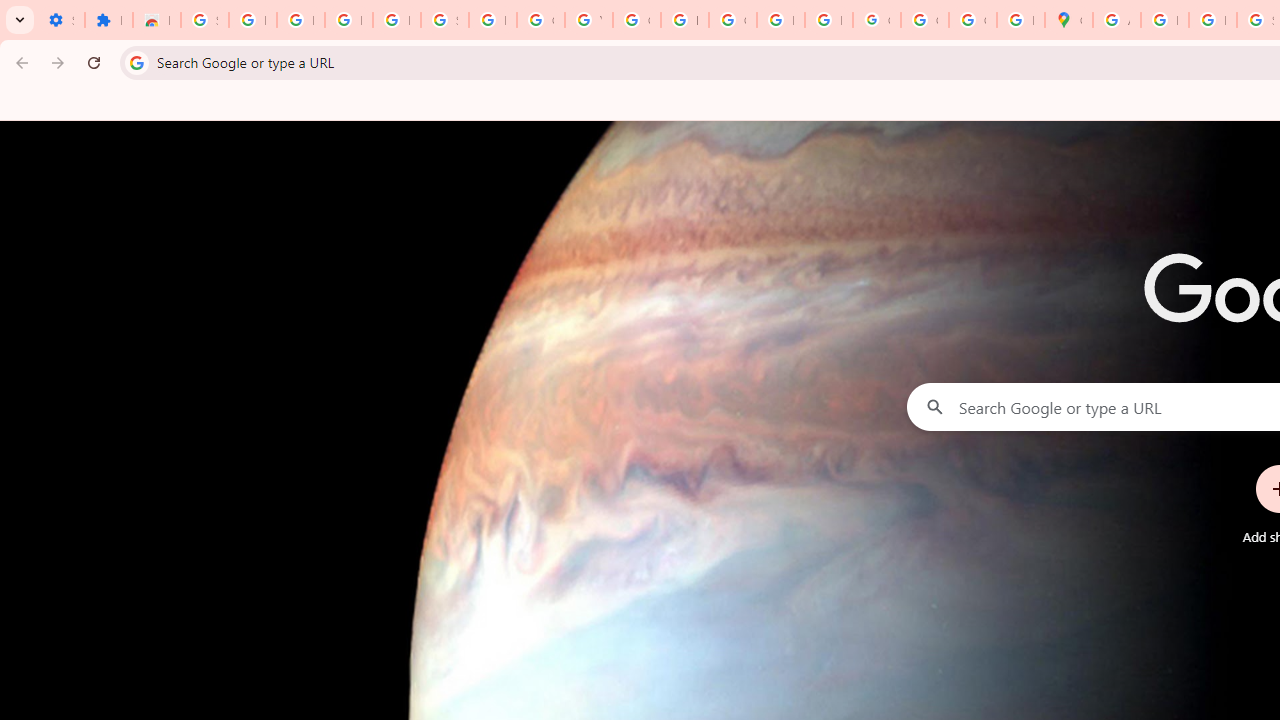 The image size is (1280, 720). I want to click on 'Settings - On startup', so click(60, 20).